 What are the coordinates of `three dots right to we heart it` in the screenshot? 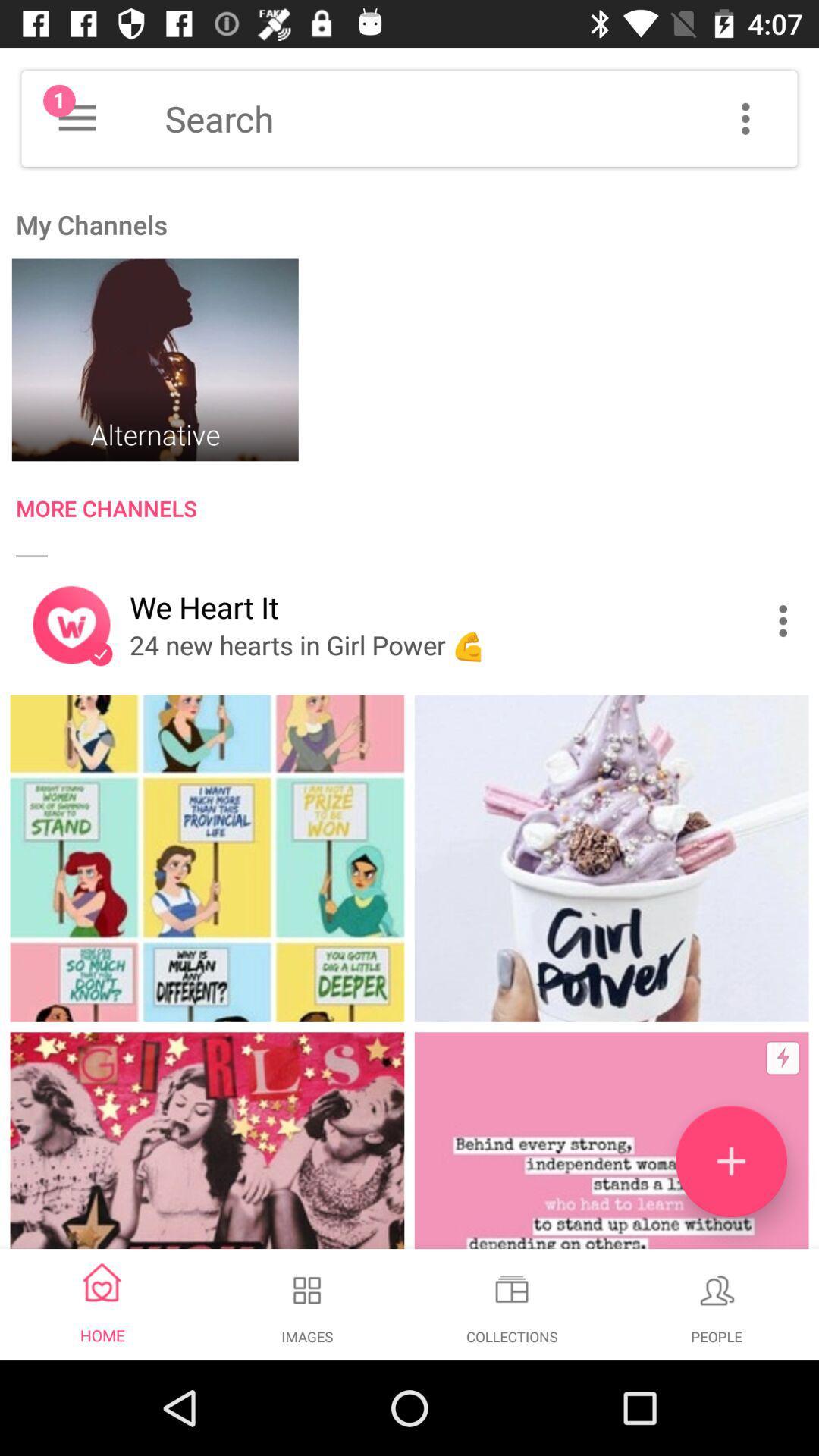 It's located at (786, 621).